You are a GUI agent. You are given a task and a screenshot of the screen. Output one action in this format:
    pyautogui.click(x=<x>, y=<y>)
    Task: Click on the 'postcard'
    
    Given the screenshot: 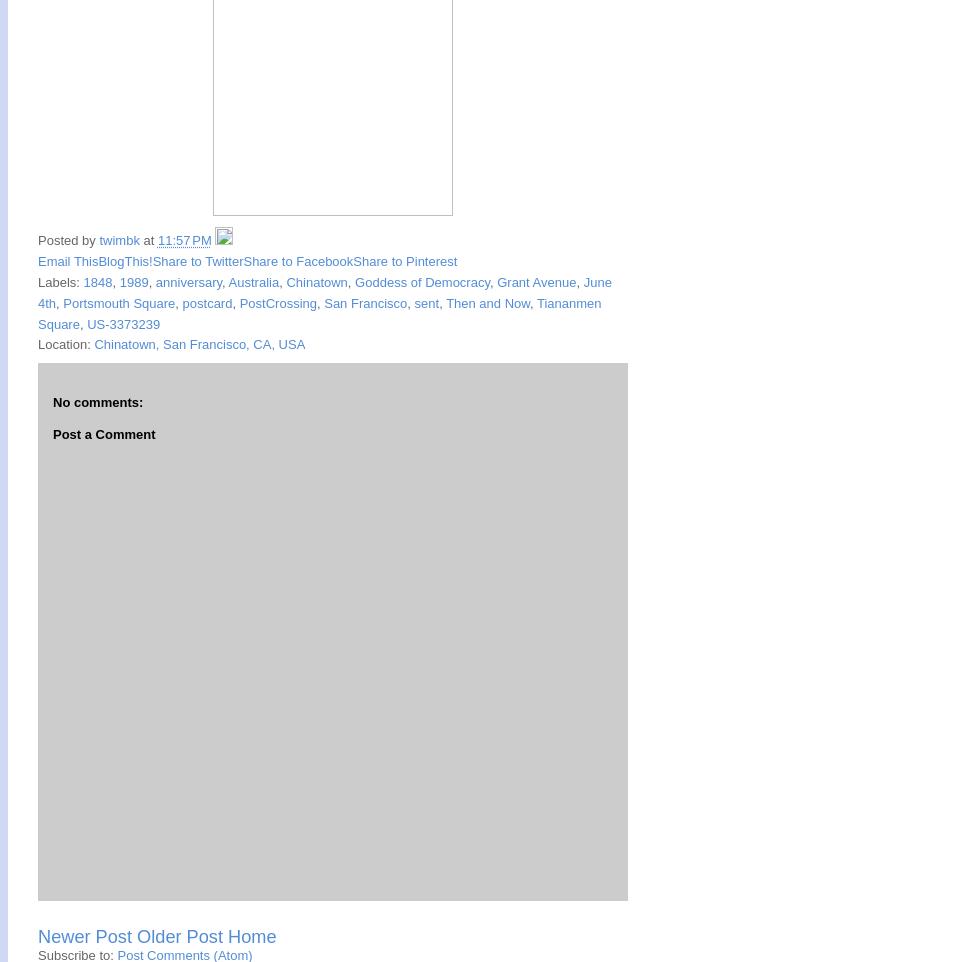 What is the action you would take?
    pyautogui.click(x=205, y=301)
    